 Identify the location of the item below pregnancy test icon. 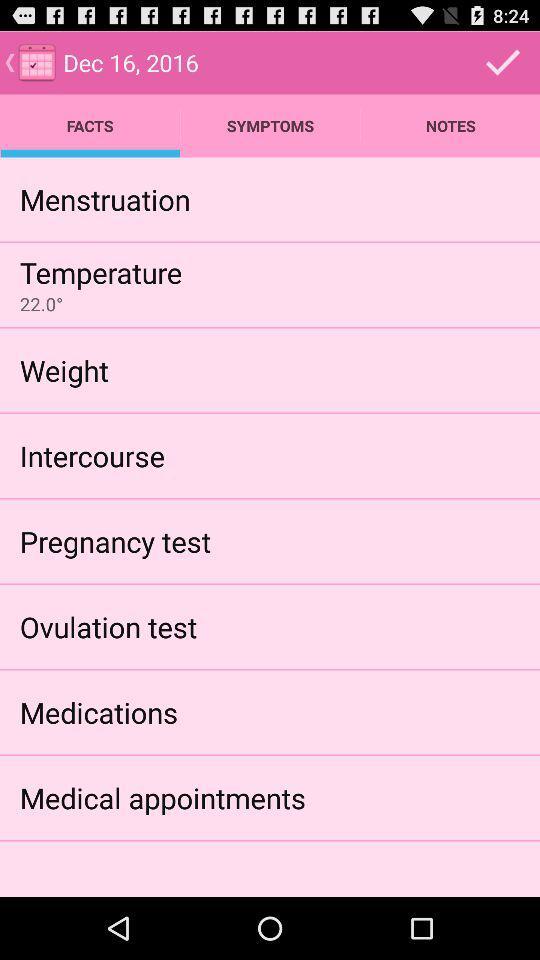
(108, 625).